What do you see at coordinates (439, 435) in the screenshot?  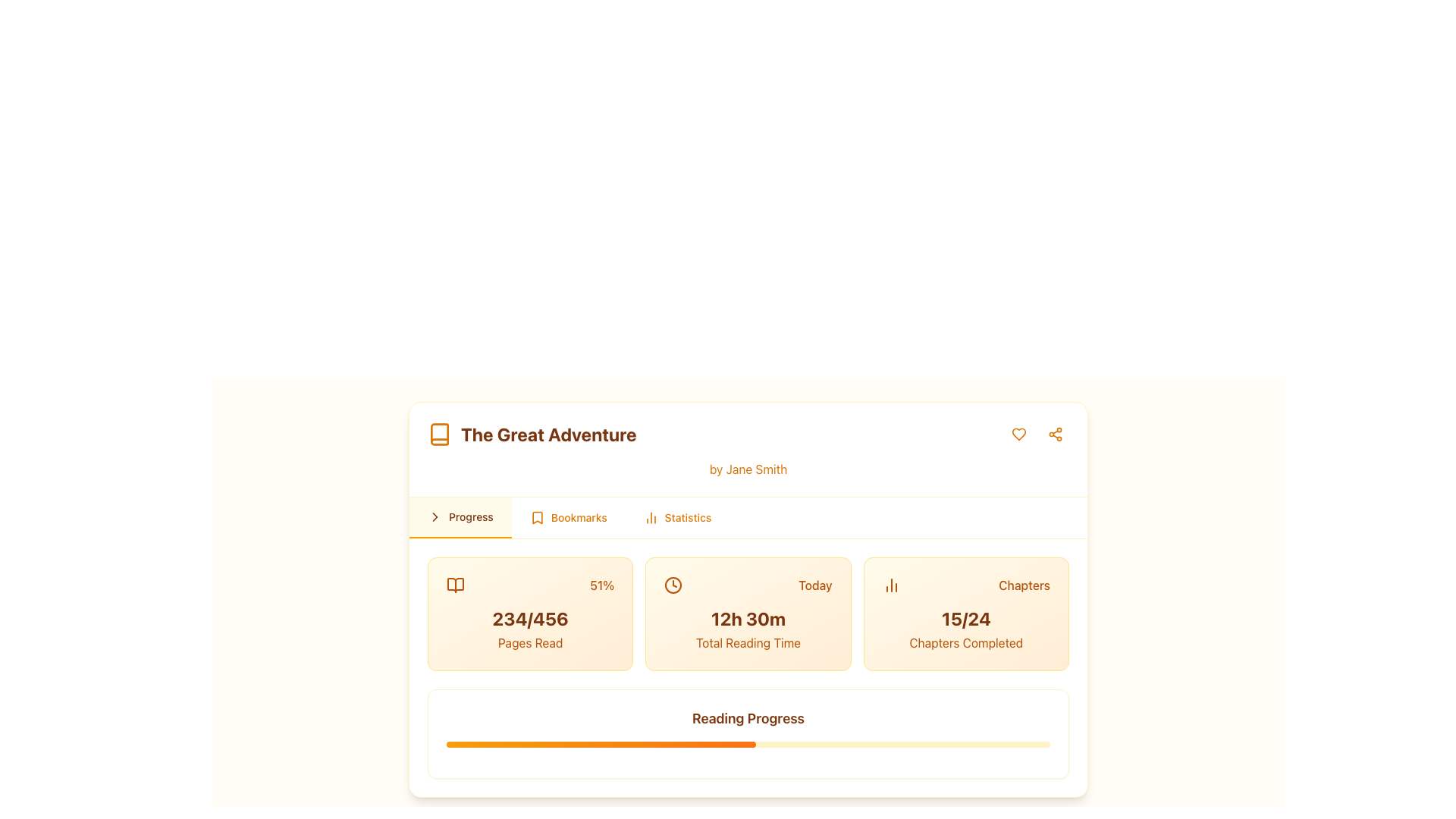 I see `the decorative book icon located in the app's header, adjacent to the left of the title 'The Great Adventure'` at bounding box center [439, 435].